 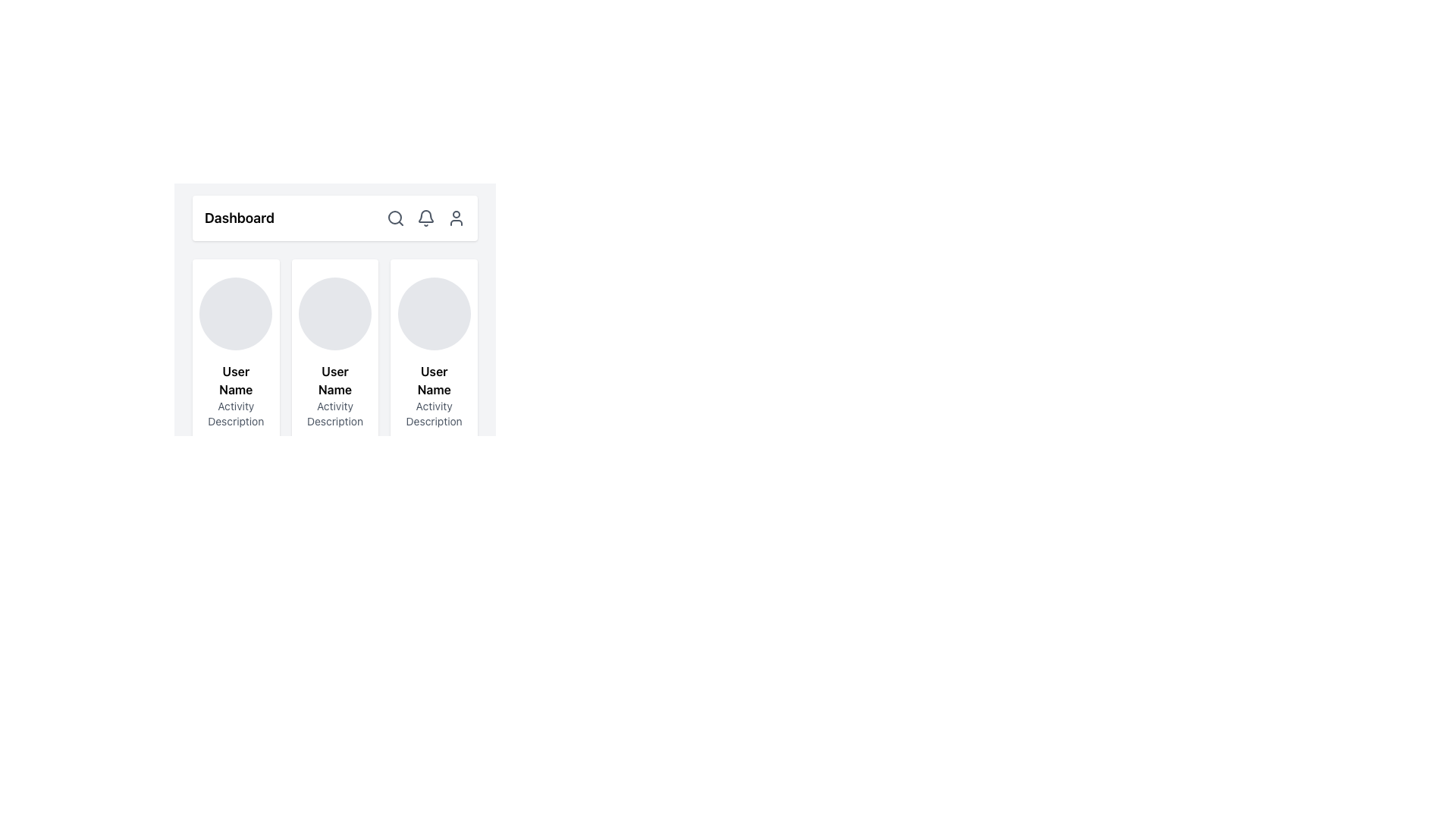 What do you see at coordinates (334, 300) in the screenshot?
I see `the user profile preview card component located below the 'Dashboard' header, specifically the second card in the center column of the grid layout` at bounding box center [334, 300].